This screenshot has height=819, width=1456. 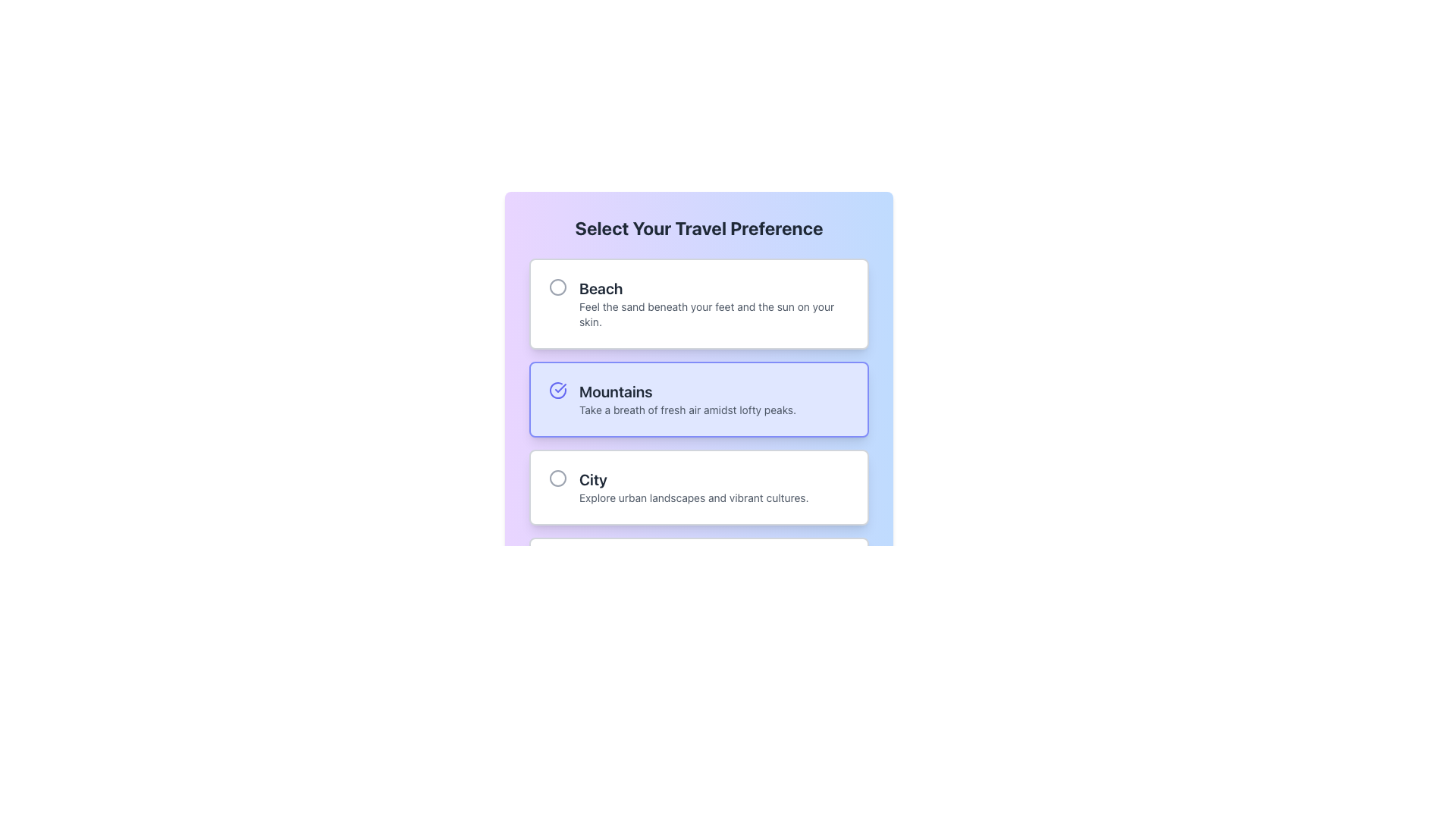 What do you see at coordinates (693, 488) in the screenshot?
I see `the descriptive text block for the 'City' travel option, located under the header 'Select Your Travel Preference' as part of a selectable component` at bounding box center [693, 488].